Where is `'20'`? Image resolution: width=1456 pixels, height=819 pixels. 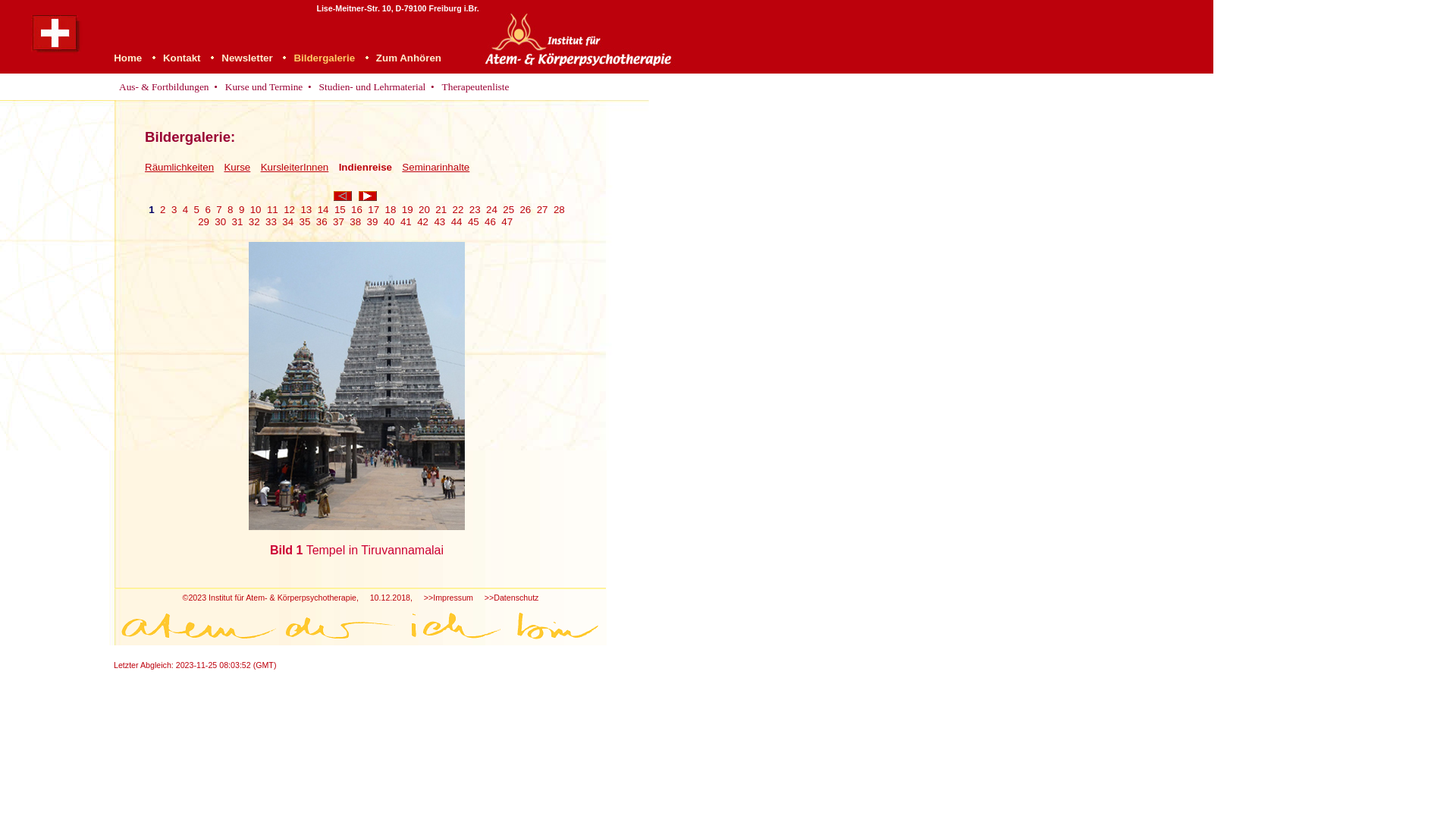
'20' is located at coordinates (424, 209).